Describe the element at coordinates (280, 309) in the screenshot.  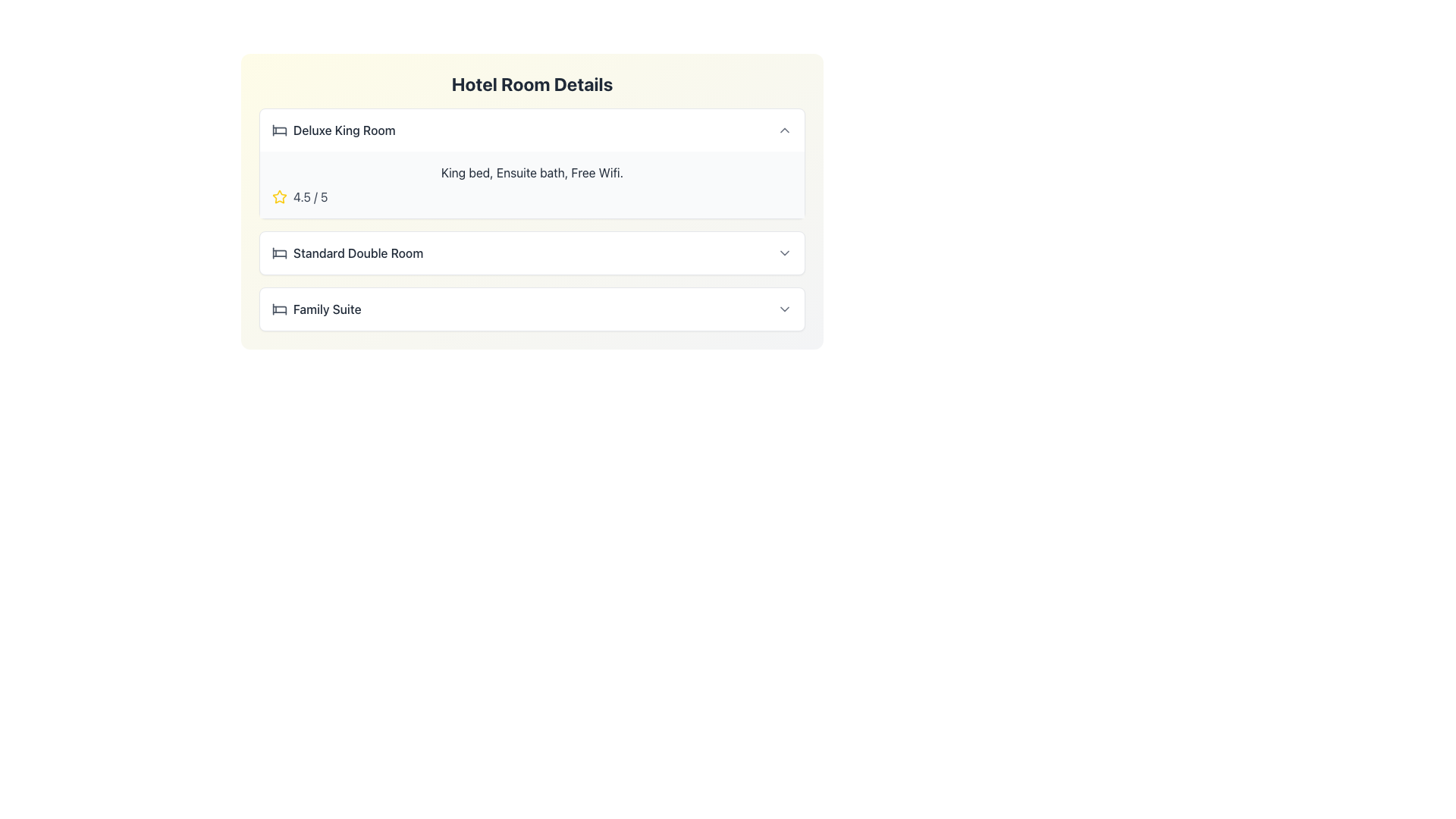
I see `the icon representing the 'bed' or 'room type' for 'Family Suite' located at the left side of the third row in the list` at that location.